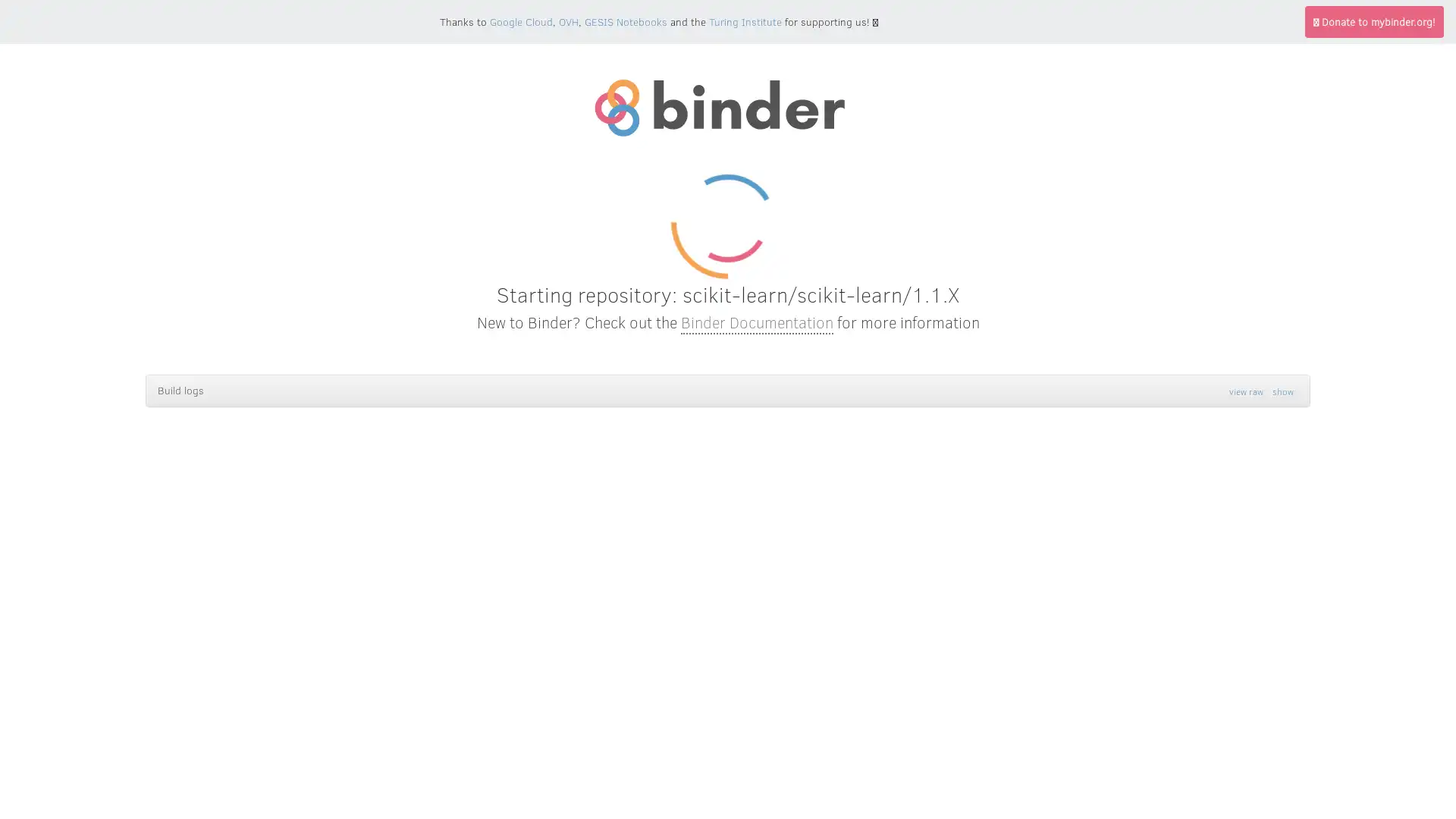 The width and height of the screenshot is (1456, 819). Describe the element at coordinates (1282, 391) in the screenshot. I see `show` at that location.